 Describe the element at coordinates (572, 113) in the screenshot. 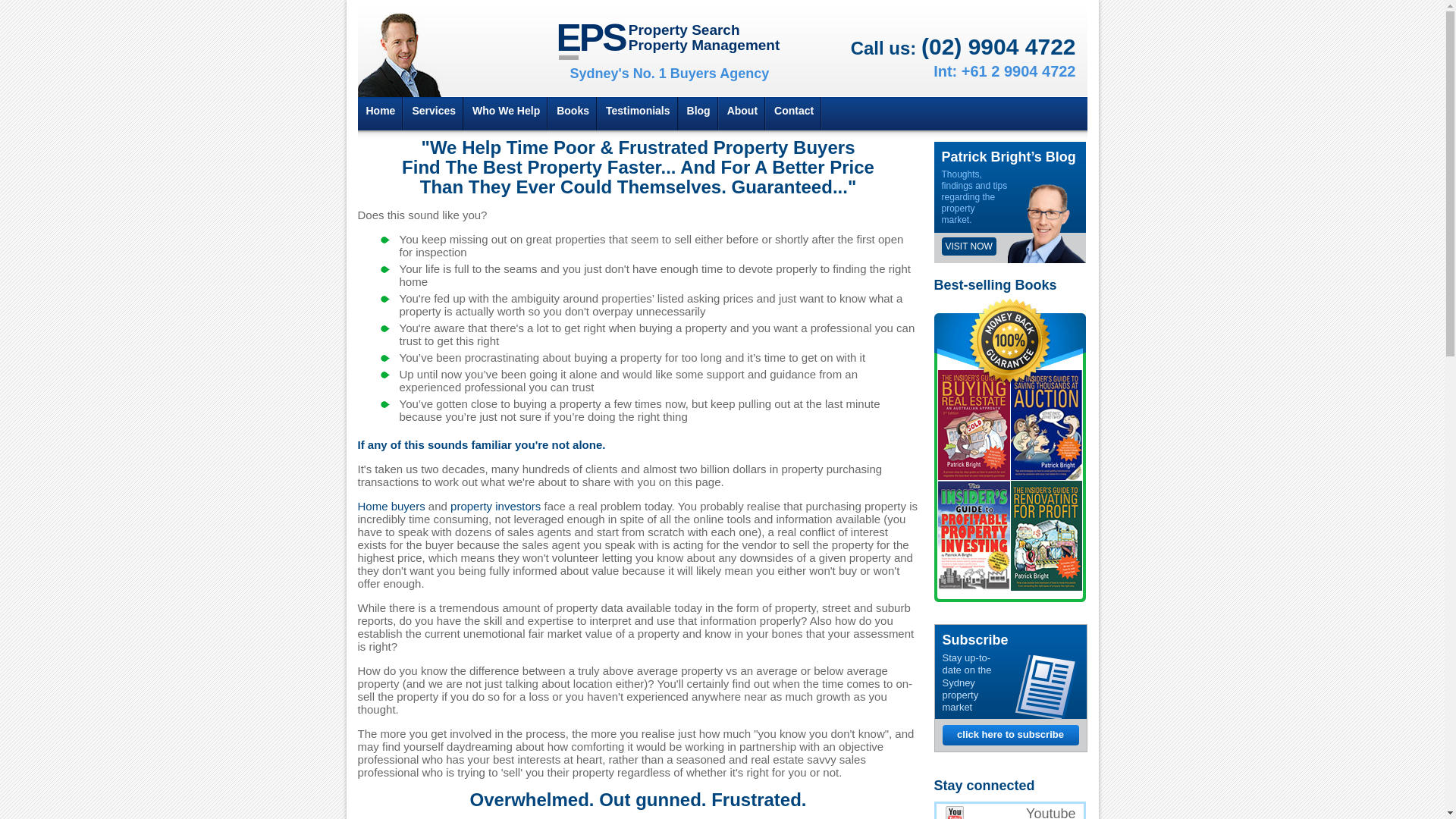

I see `'Books'` at that location.